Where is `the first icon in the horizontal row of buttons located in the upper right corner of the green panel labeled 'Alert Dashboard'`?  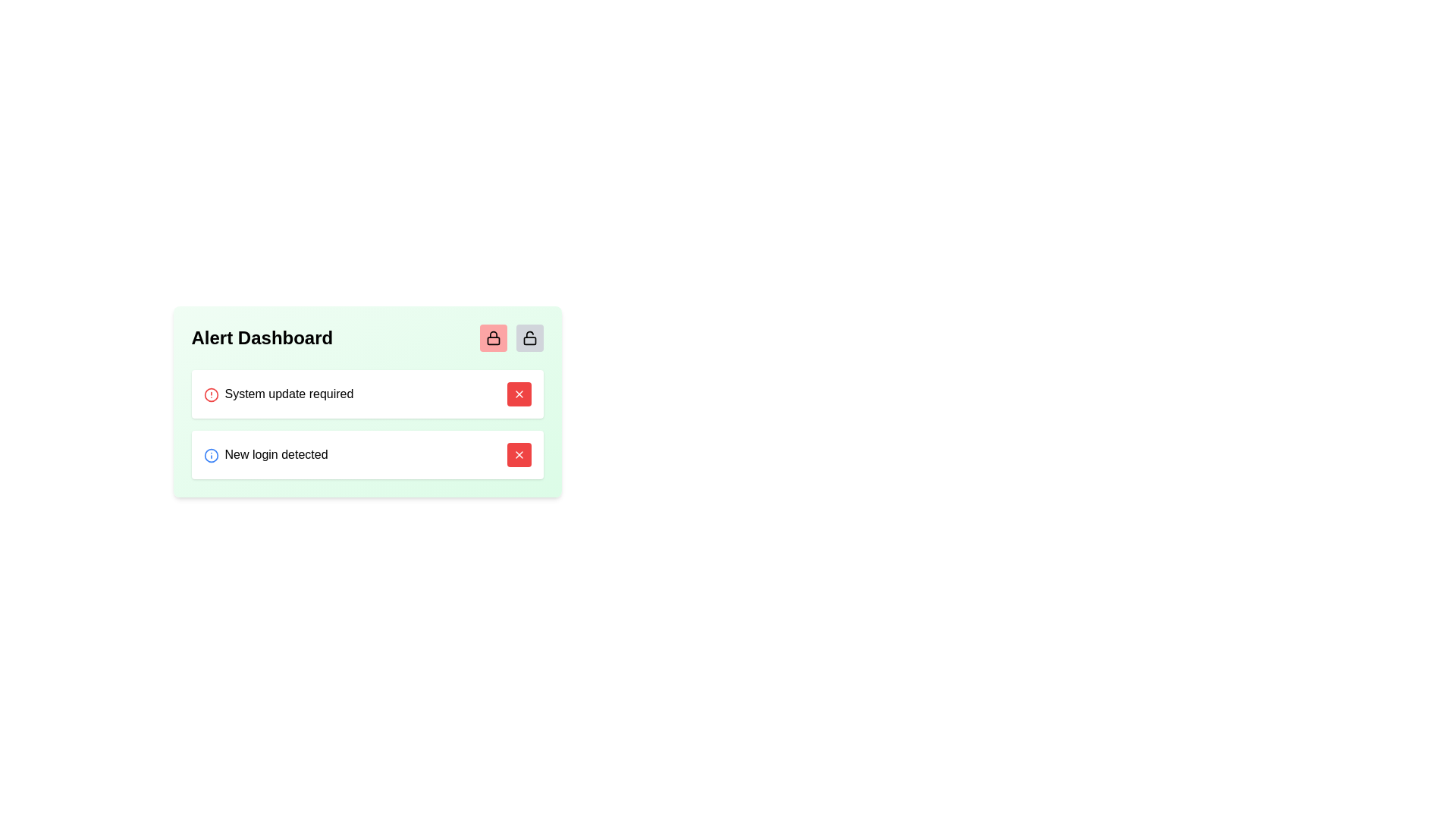 the first icon in the horizontal row of buttons located in the upper right corner of the green panel labeled 'Alert Dashboard' is located at coordinates (529, 337).